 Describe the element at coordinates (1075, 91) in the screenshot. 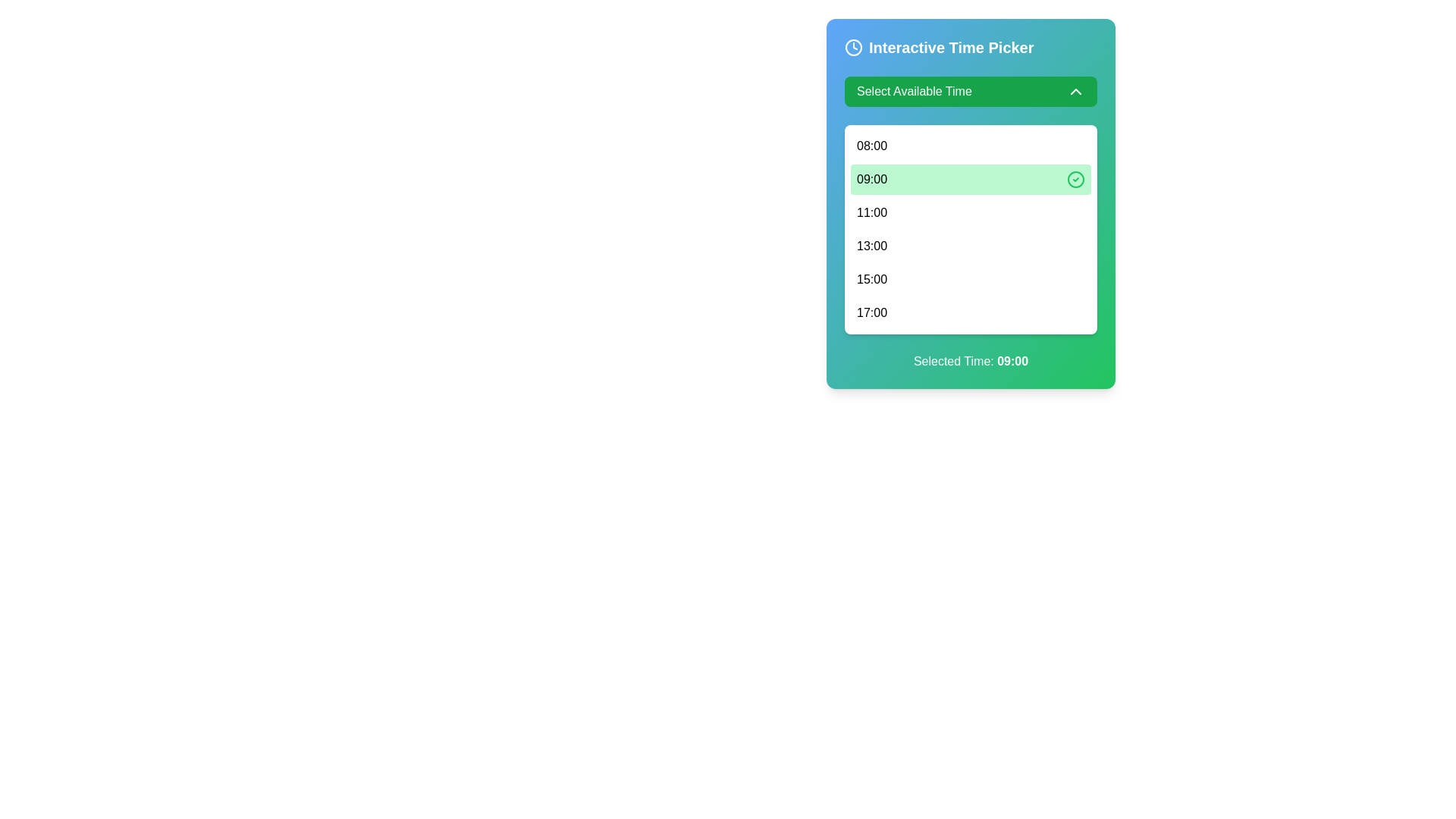

I see `the small up-pointing chevron icon located next to the text 'Select Available Time' within the green button area` at that location.